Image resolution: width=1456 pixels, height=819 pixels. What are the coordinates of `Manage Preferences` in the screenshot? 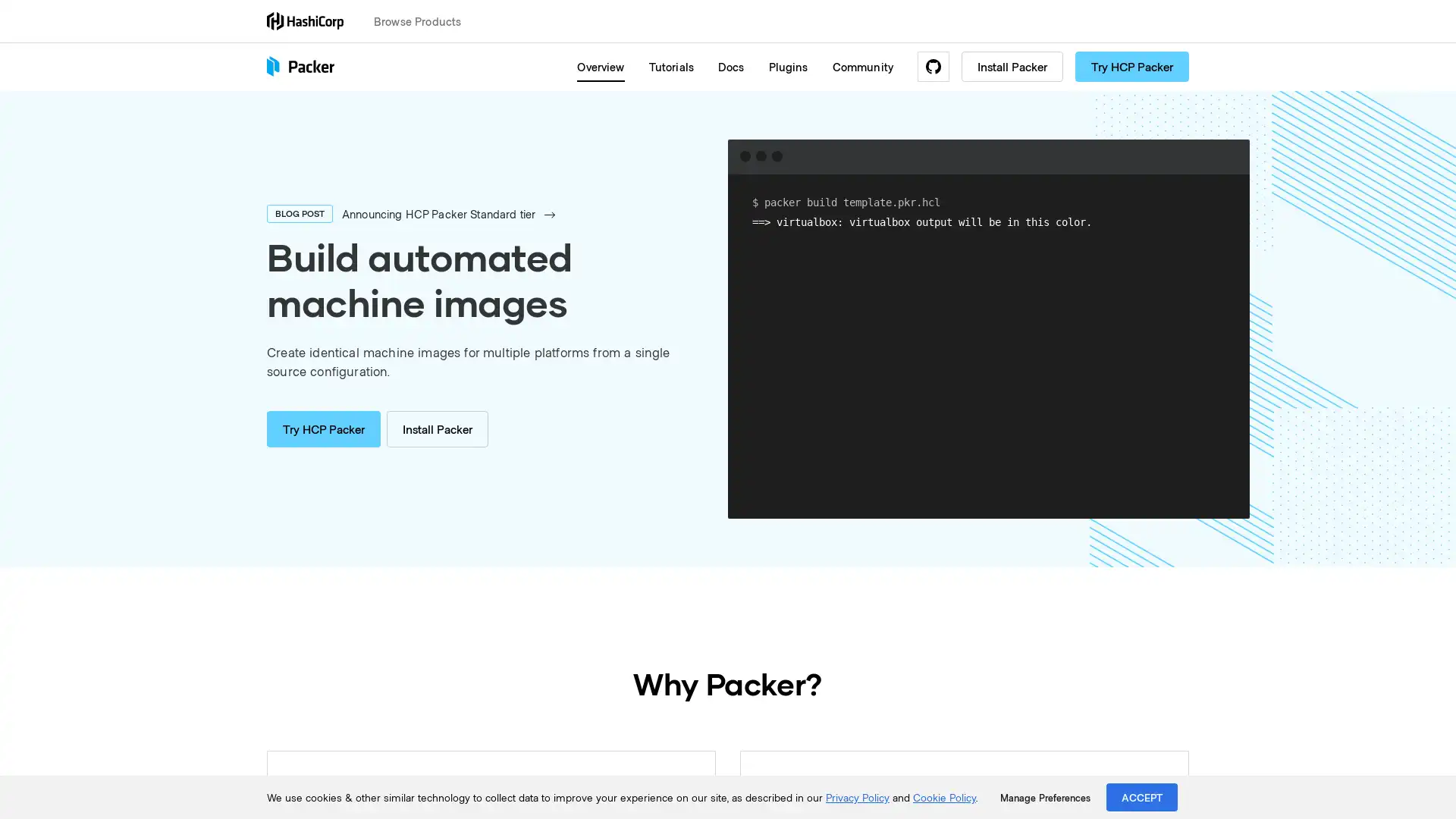 It's located at (1044, 797).